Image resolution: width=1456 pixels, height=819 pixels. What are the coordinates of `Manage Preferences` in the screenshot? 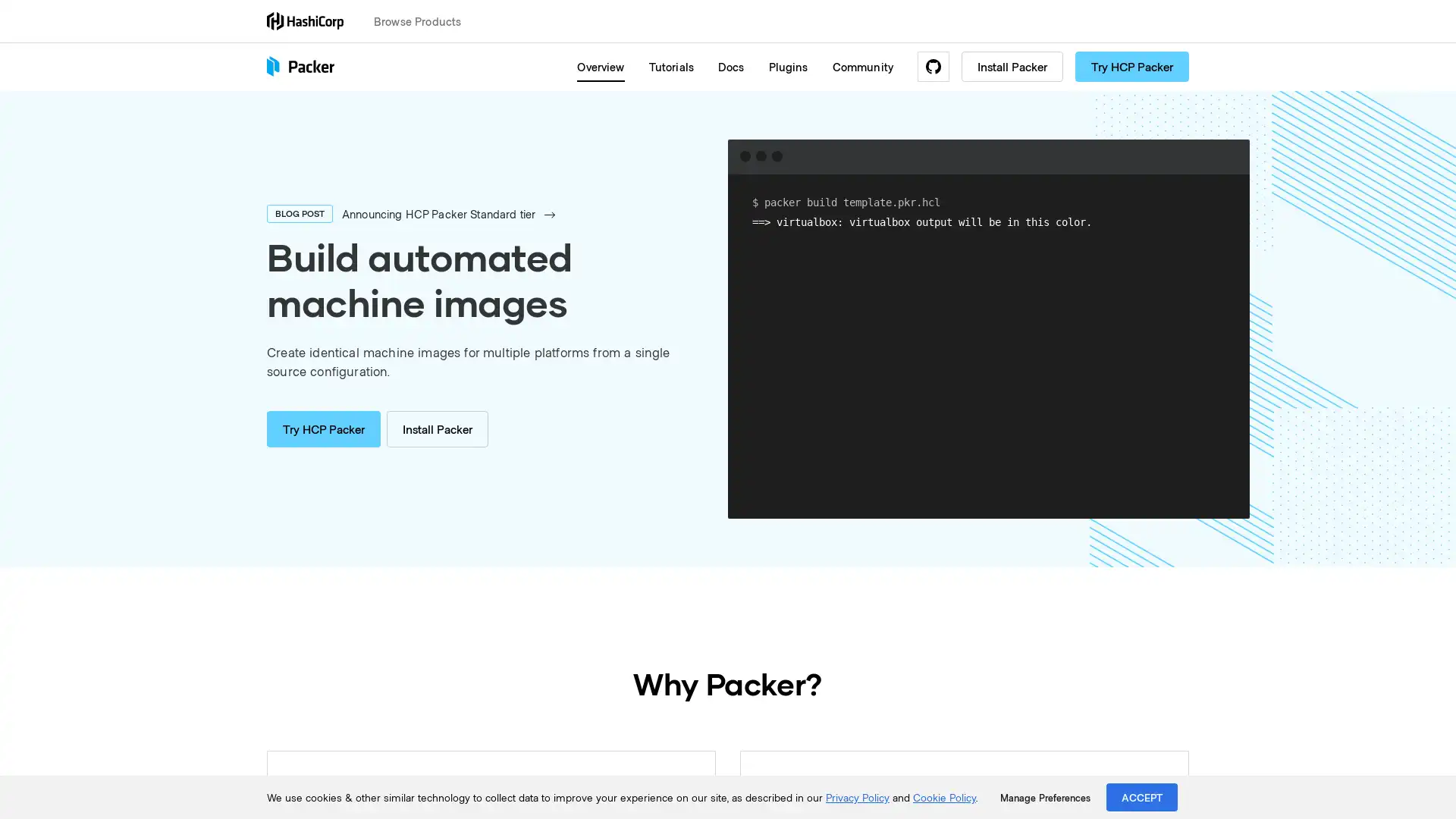 It's located at (1044, 797).